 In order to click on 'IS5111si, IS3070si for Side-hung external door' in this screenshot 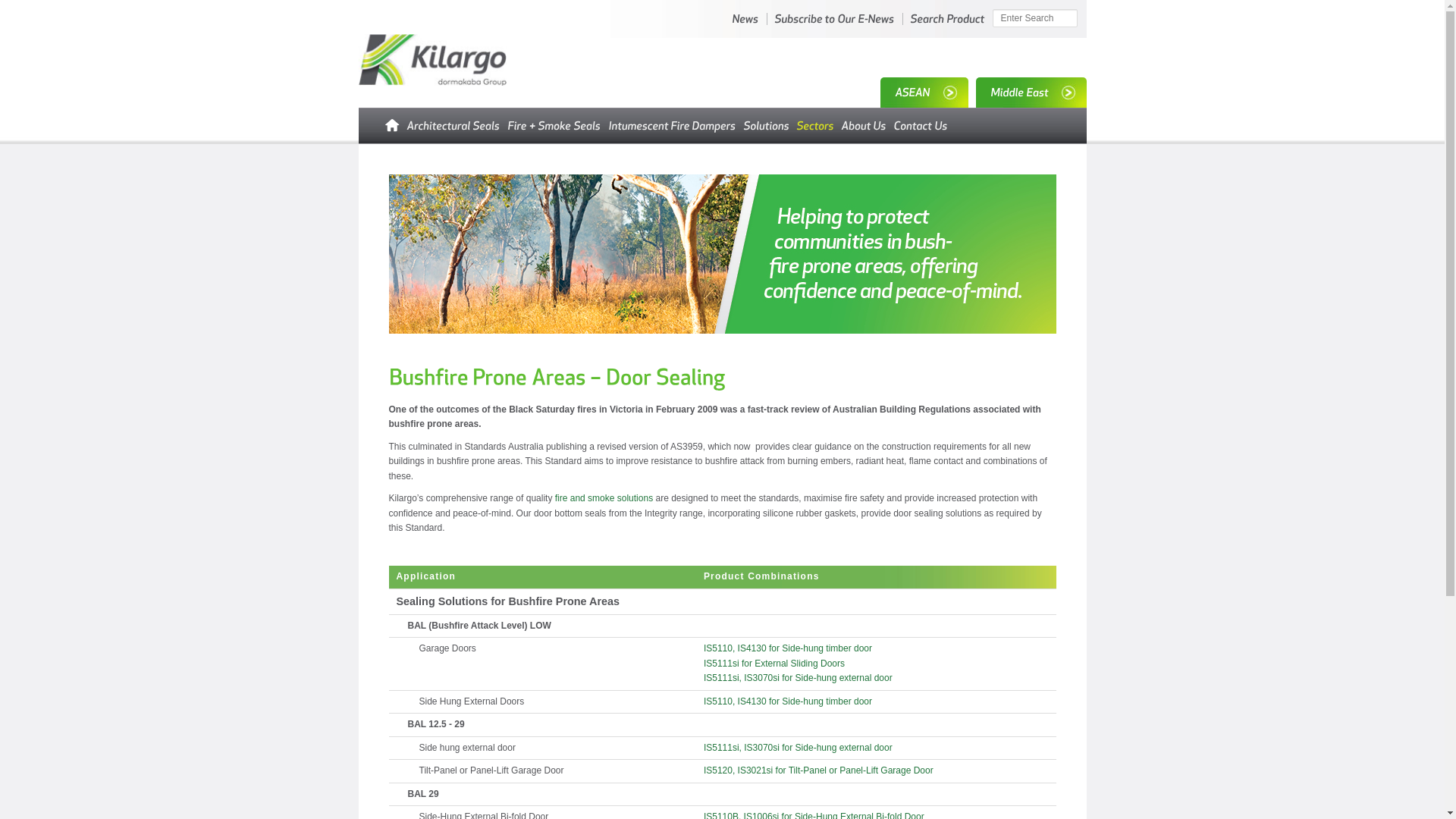, I will do `click(797, 677)`.